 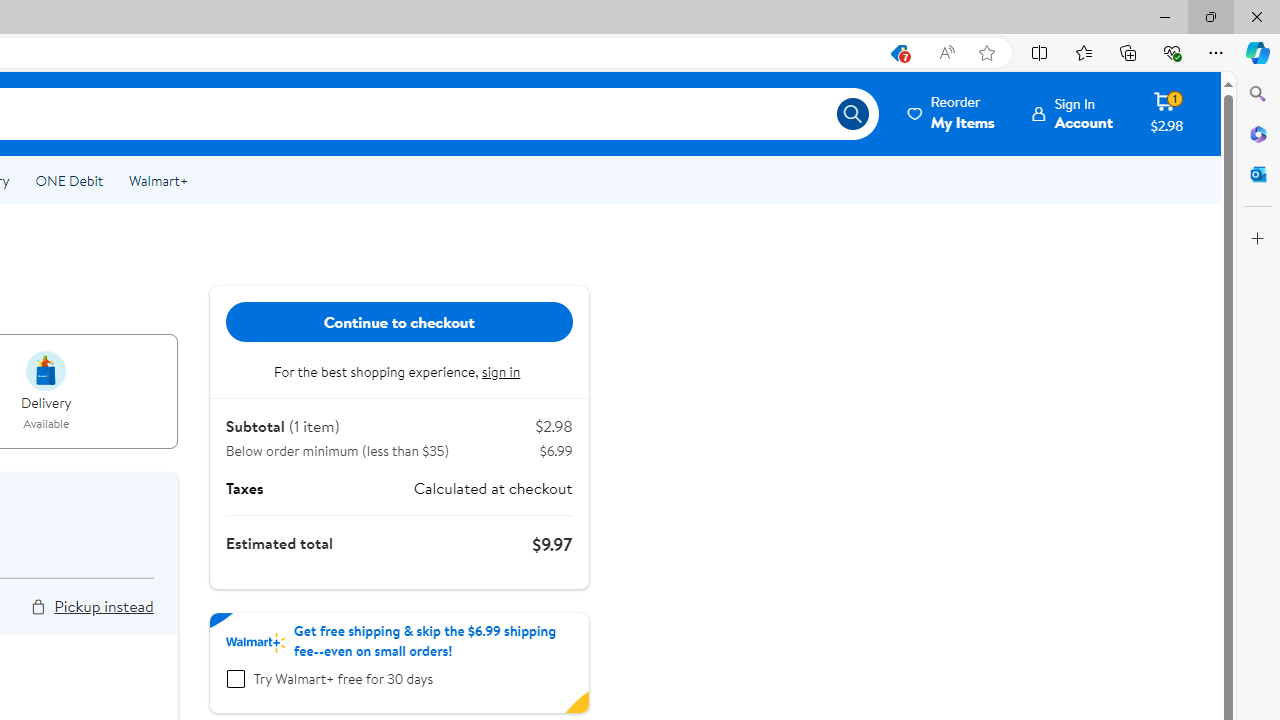 What do you see at coordinates (951, 113) in the screenshot?
I see `'ReorderMy Items'` at bounding box center [951, 113].